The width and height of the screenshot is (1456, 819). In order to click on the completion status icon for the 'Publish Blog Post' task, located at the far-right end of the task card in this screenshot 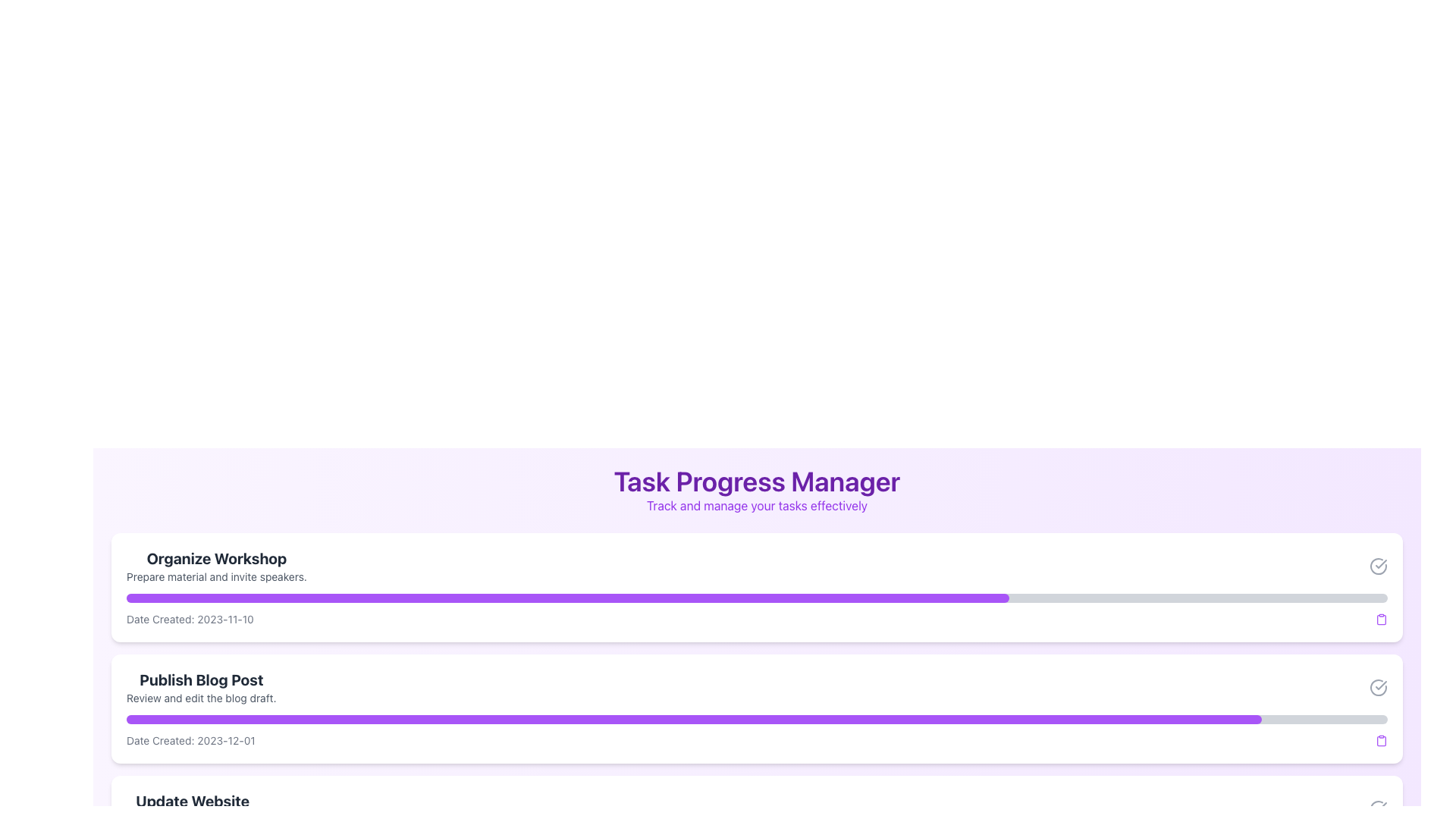, I will do `click(1379, 687)`.